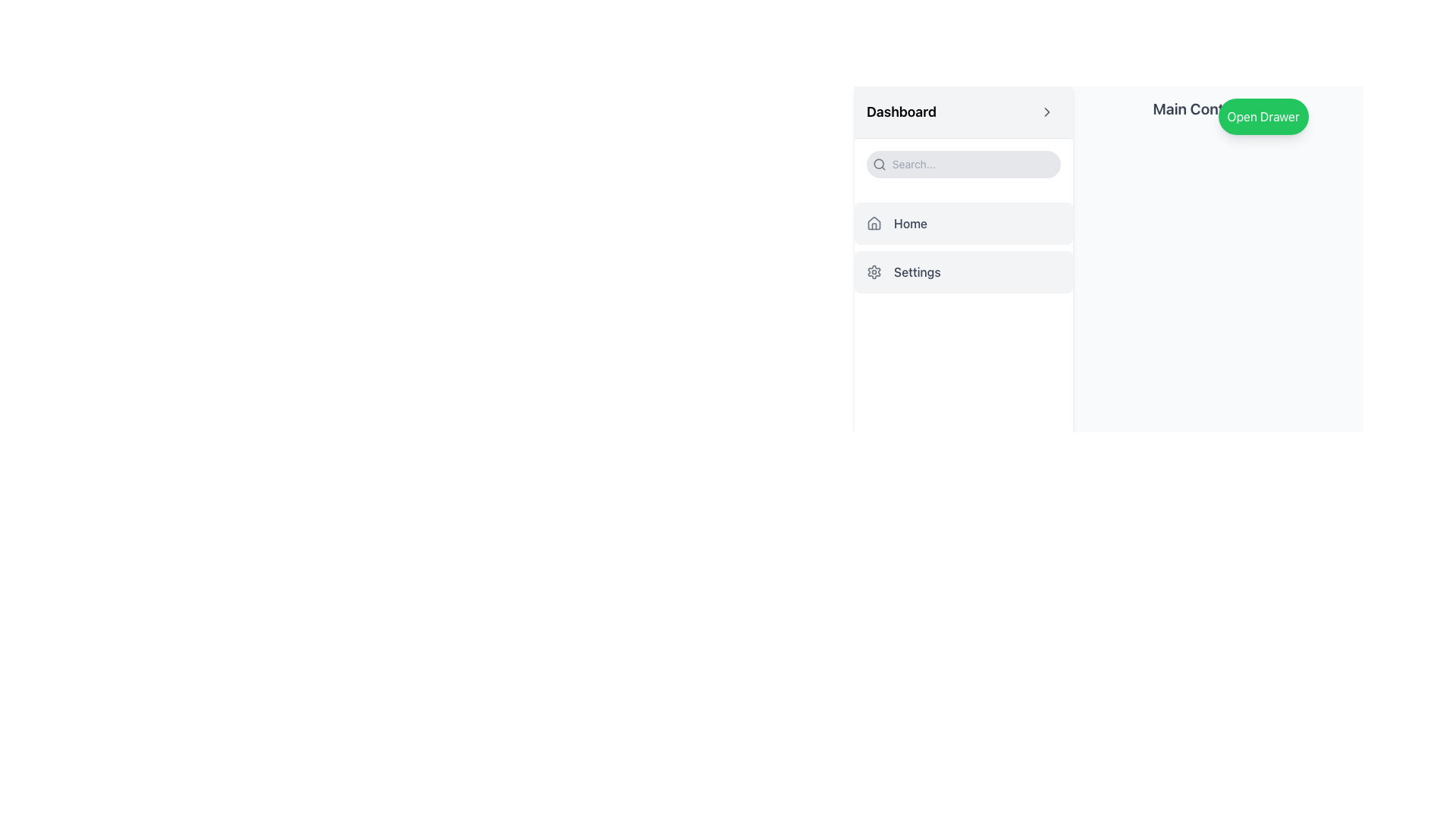 This screenshot has height=819, width=1456. Describe the element at coordinates (879, 164) in the screenshot. I see `the main body of the magnifying glass icon, which is represented as a circle in SVG and is located at the top of the side navigation bar, to the left of the 'Search...' input field` at that location.